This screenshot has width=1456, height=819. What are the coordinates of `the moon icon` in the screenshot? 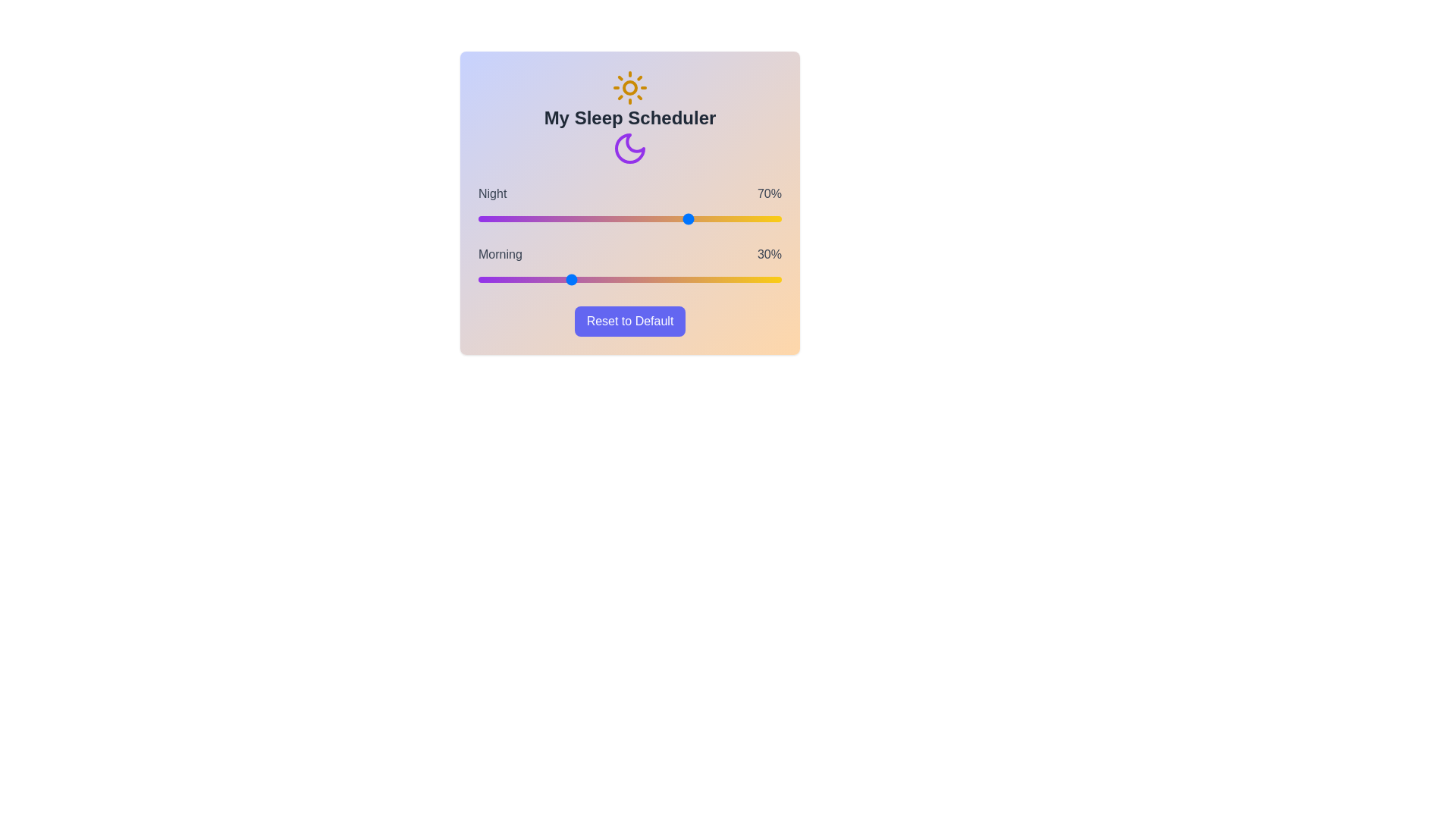 It's located at (629, 149).